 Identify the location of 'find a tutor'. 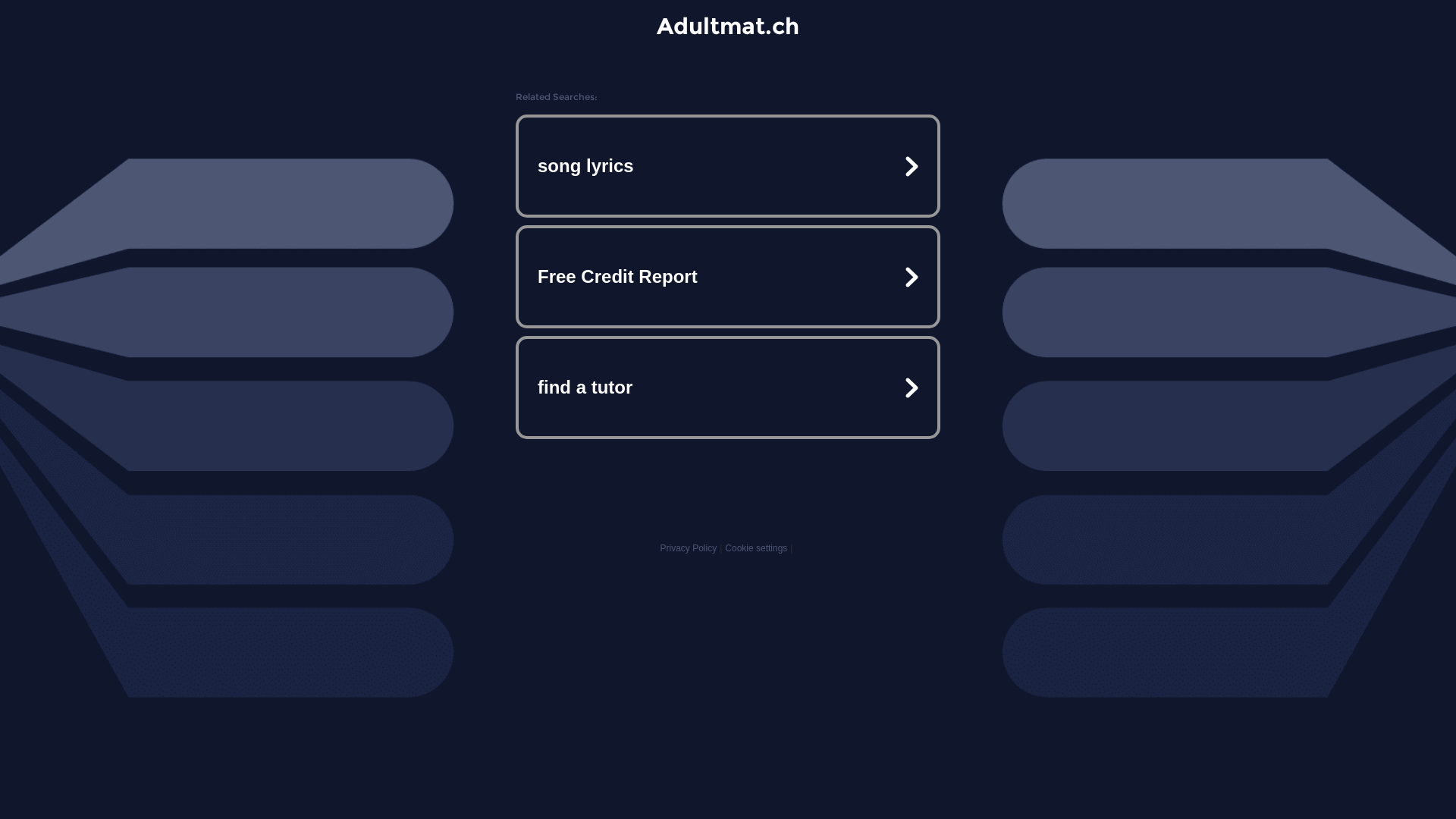
(728, 386).